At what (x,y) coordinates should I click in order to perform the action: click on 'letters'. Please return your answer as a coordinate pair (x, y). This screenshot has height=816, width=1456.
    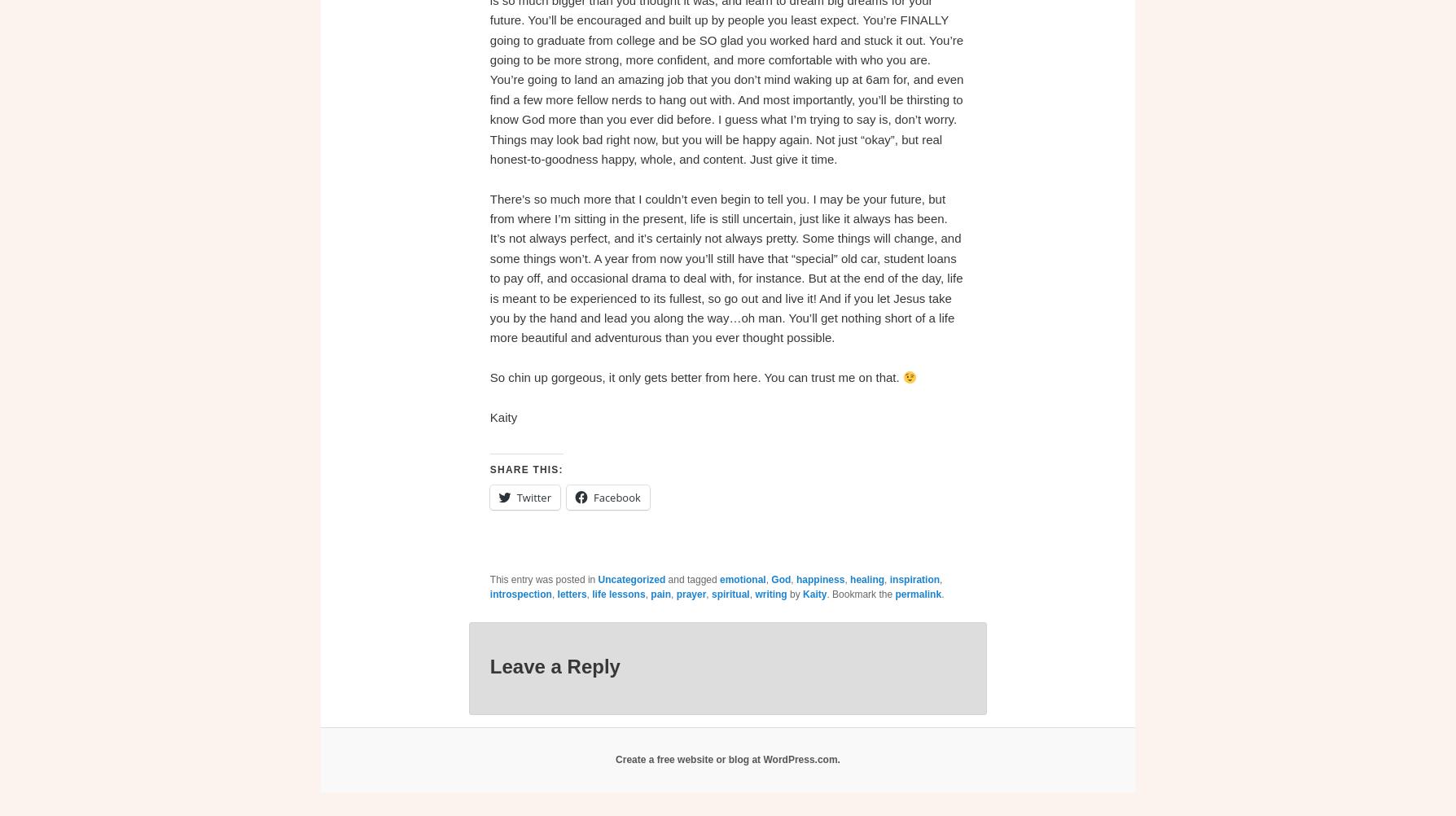
    Looking at the image, I should click on (570, 594).